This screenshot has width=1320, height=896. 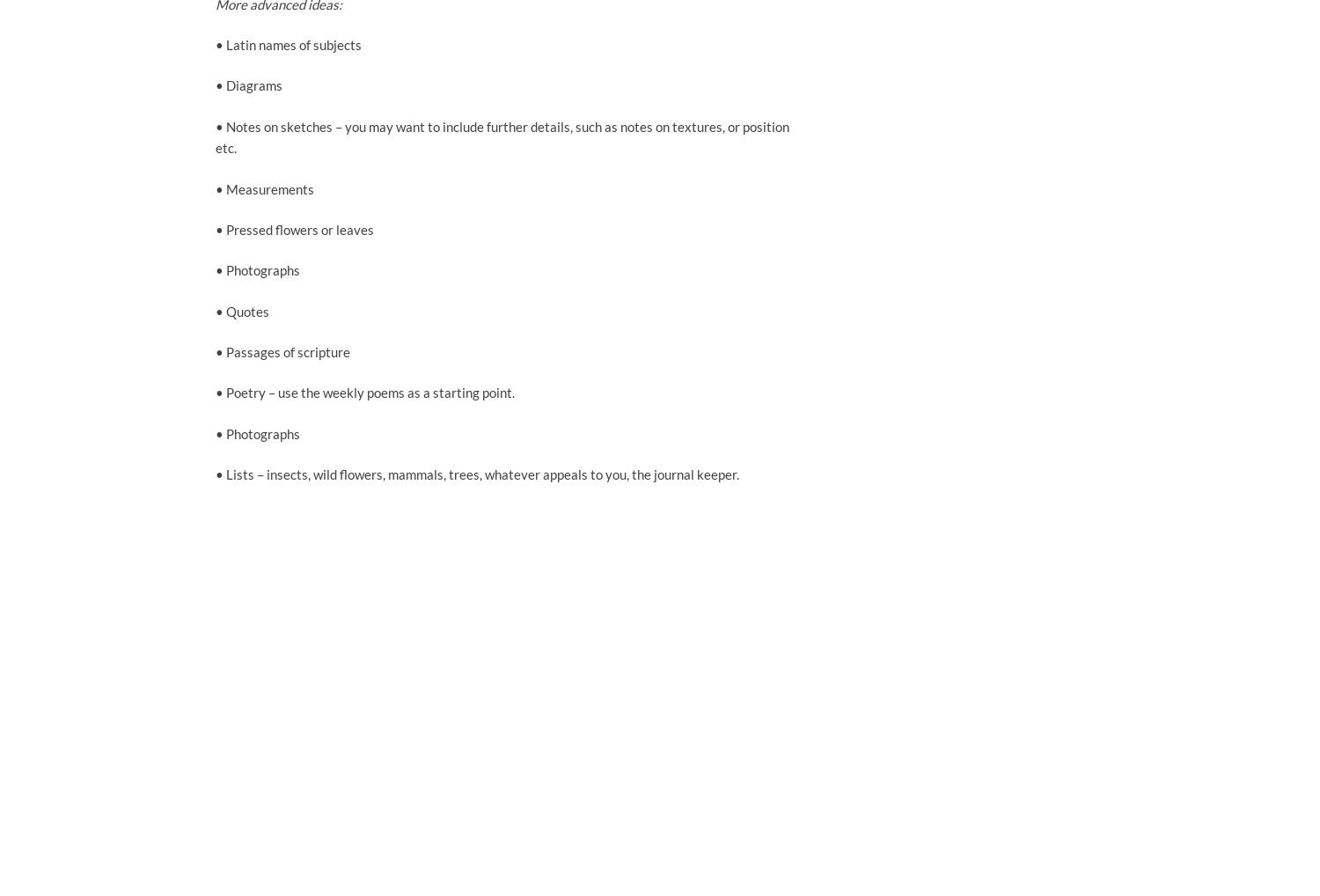 I want to click on '• Pressed flowers or leaves', so click(x=293, y=228).